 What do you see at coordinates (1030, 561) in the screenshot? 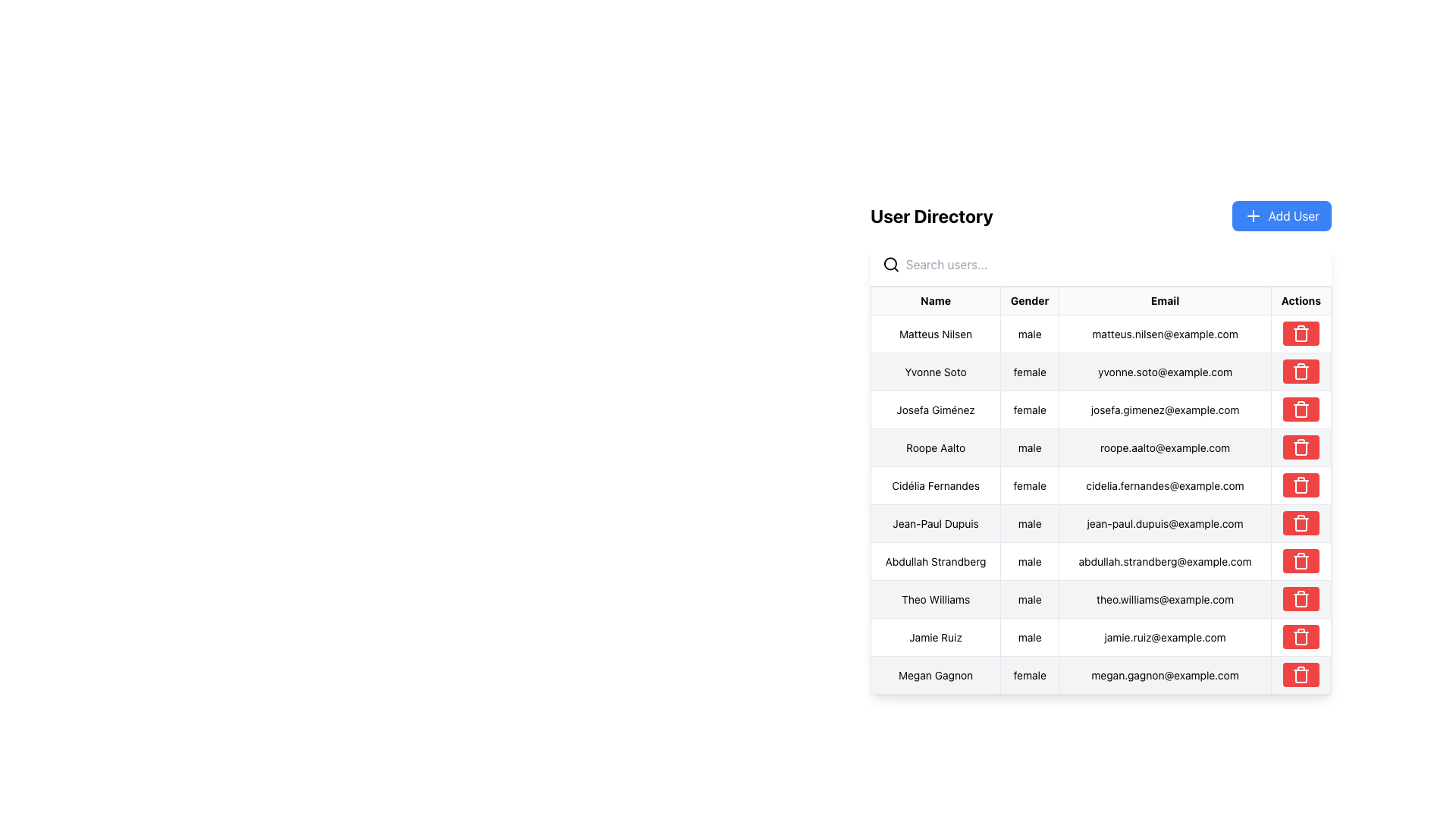
I see `the text label displaying the gender 'male' for the user 'Abdullah Strandberg' located in the 'Gender' column of the seventh row in the user table` at bounding box center [1030, 561].